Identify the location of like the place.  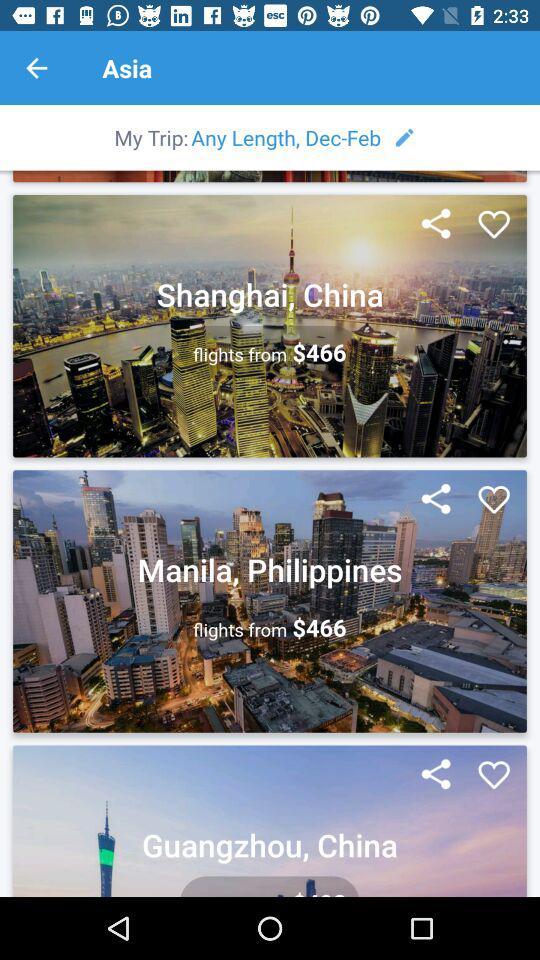
(493, 225).